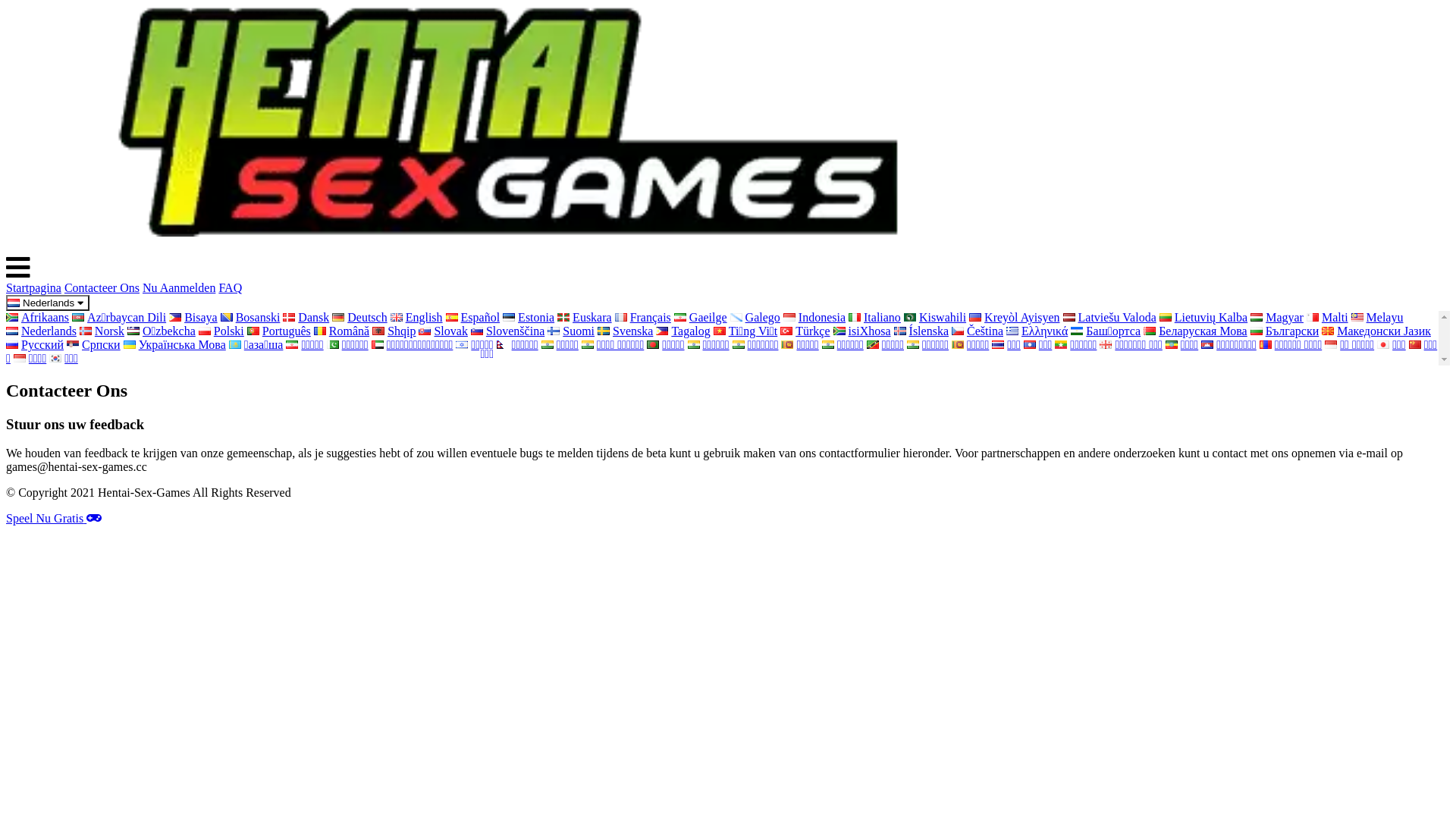 This screenshot has height=819, width=1456. I want to click on 'Melayu', so click(1377, 316).